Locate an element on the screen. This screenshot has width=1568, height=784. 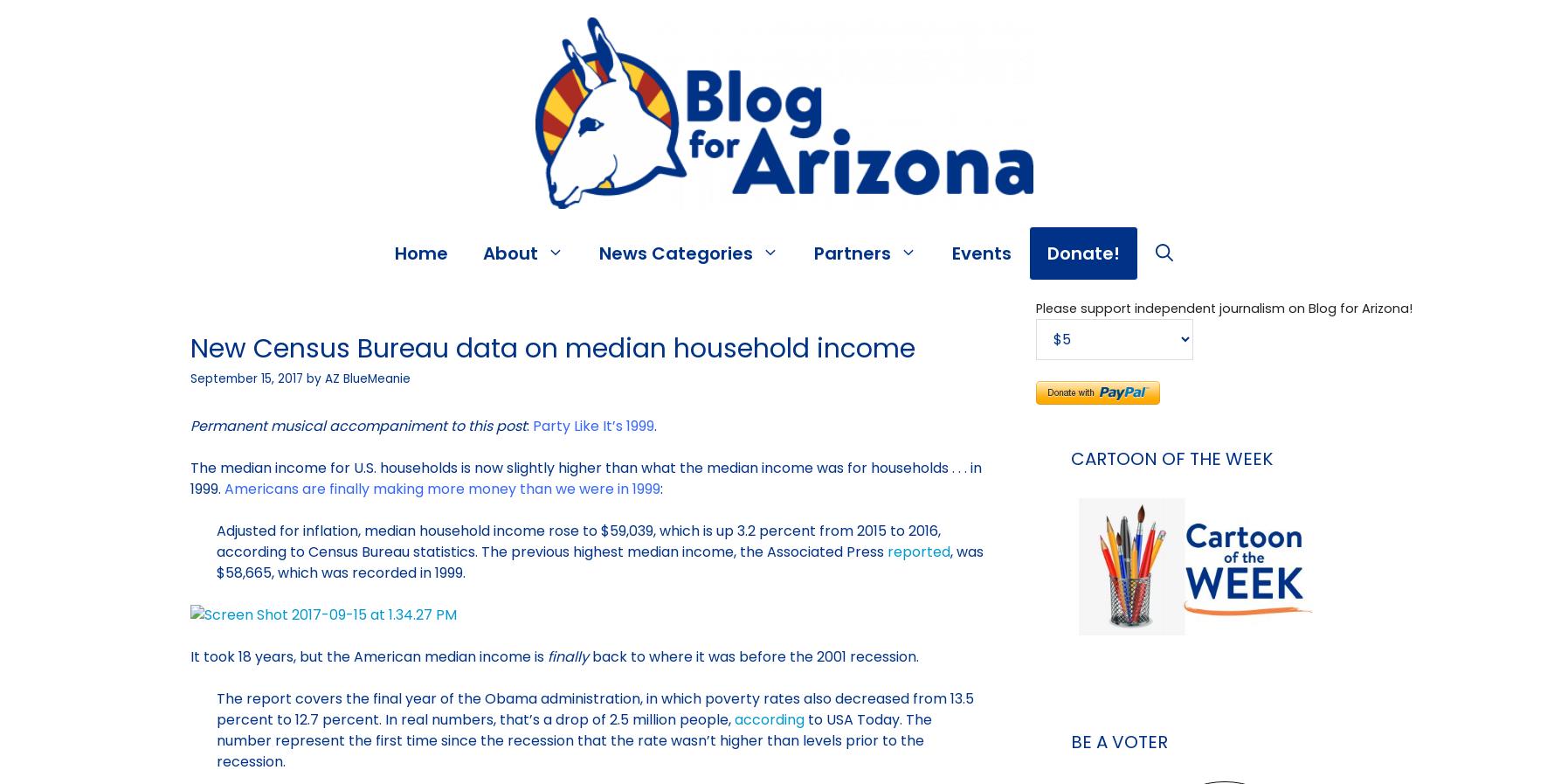
'Party Like It’s 1999' is located at coordinates (591, 426).